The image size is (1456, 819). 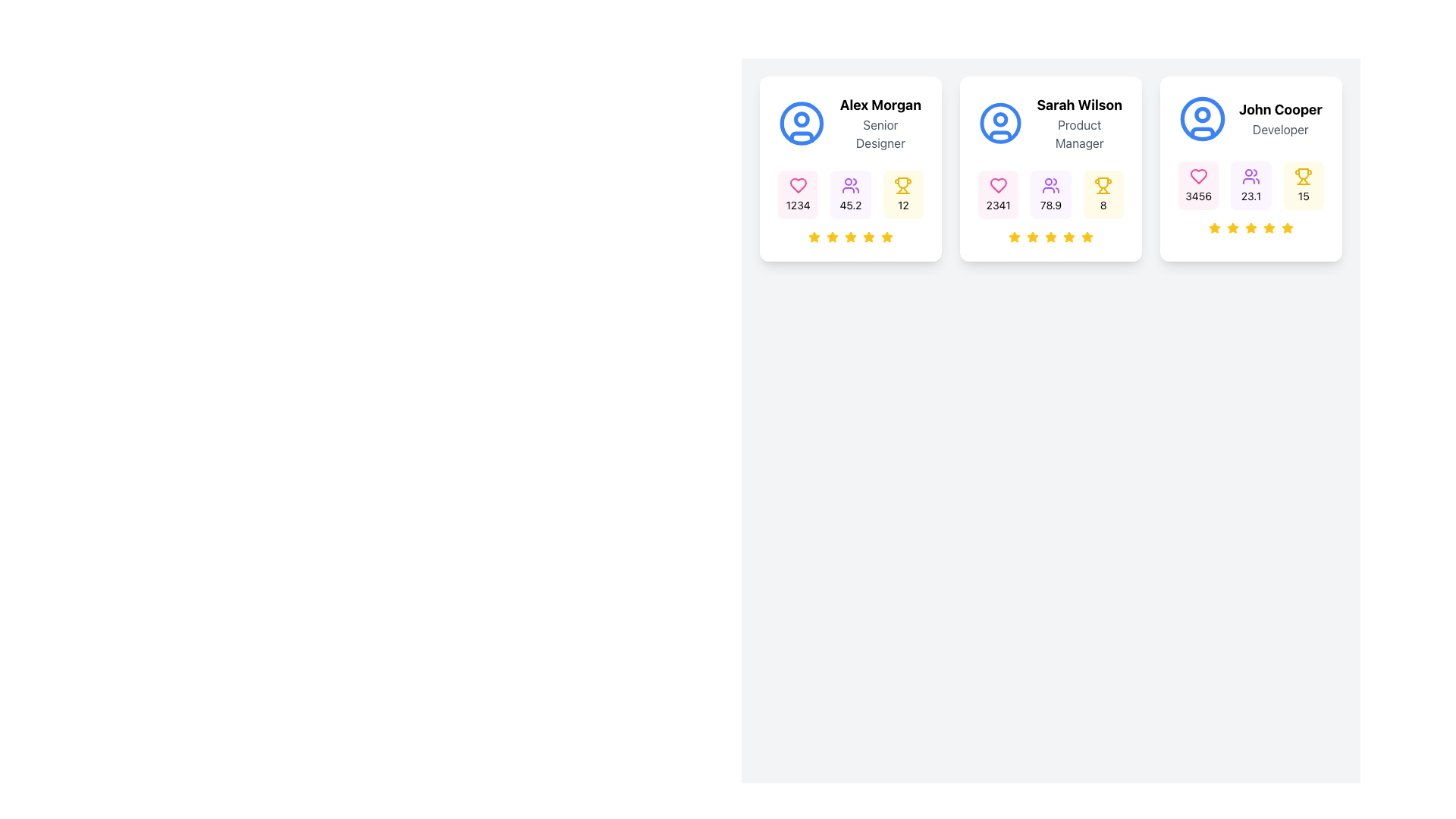 What do you see at coordinates (814, 237) in the screenshot?
I see `the fifth star icon in the five-star rating system below the name 'Alex Morgan' on the leftmost card` at bounding box center [814, 237].